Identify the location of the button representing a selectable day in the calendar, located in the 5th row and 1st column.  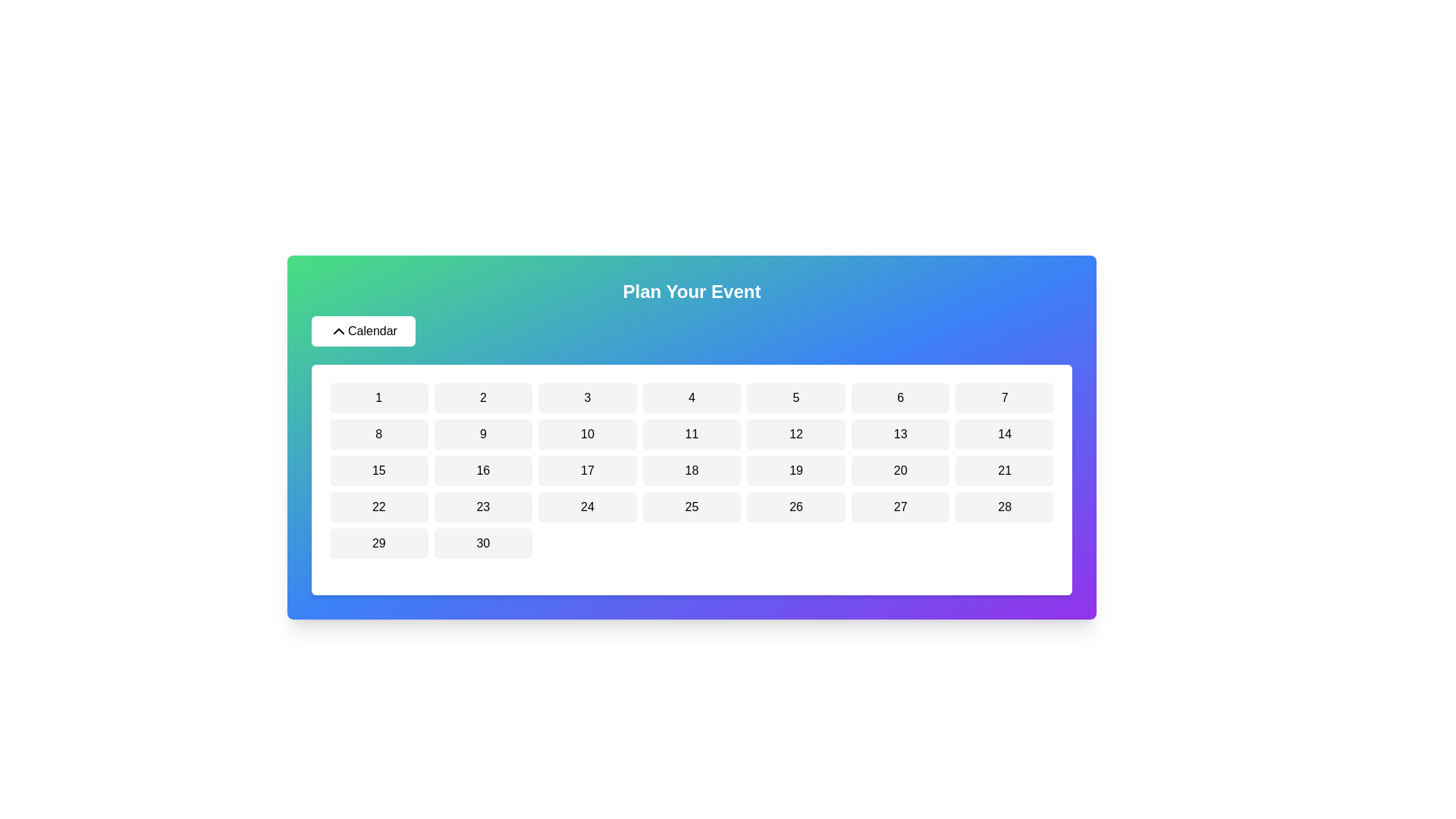
(378, 543).